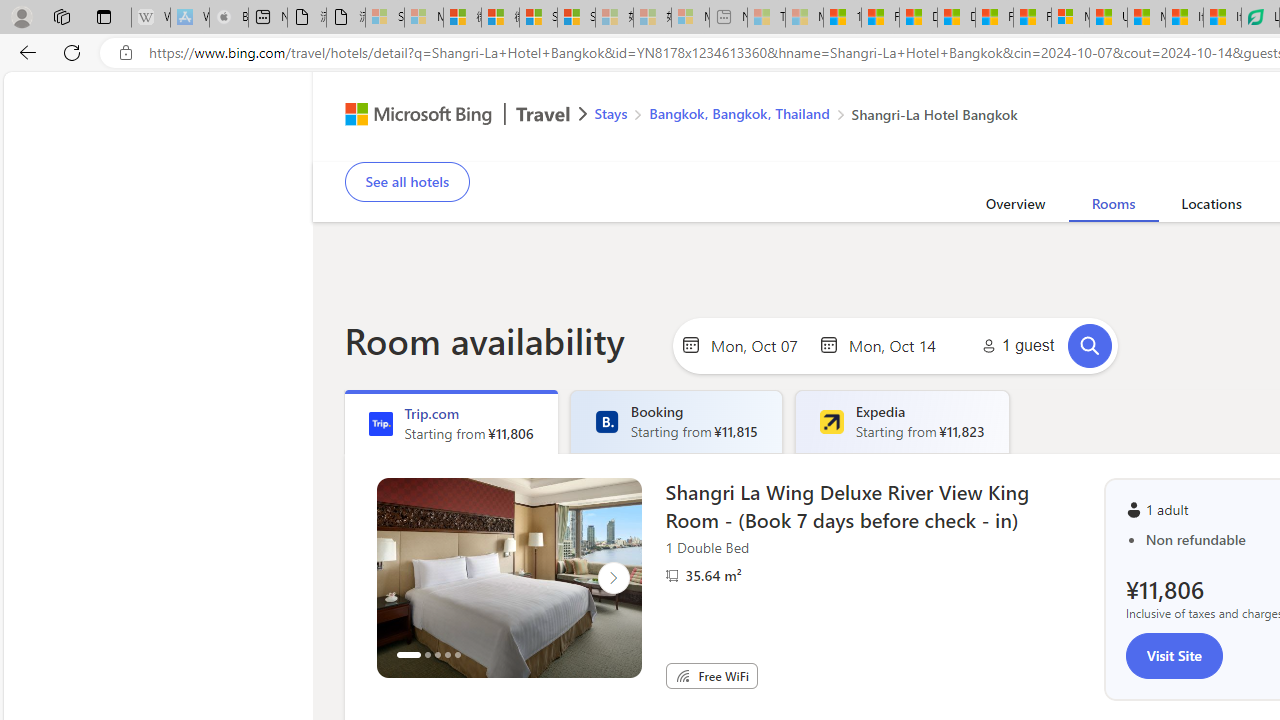 This screenshot has width=1280, height=720. What do you see at coordinates (612, 578) in the screenshot?
I see `'Click to scroll right'` at bounding box center [612, 578].